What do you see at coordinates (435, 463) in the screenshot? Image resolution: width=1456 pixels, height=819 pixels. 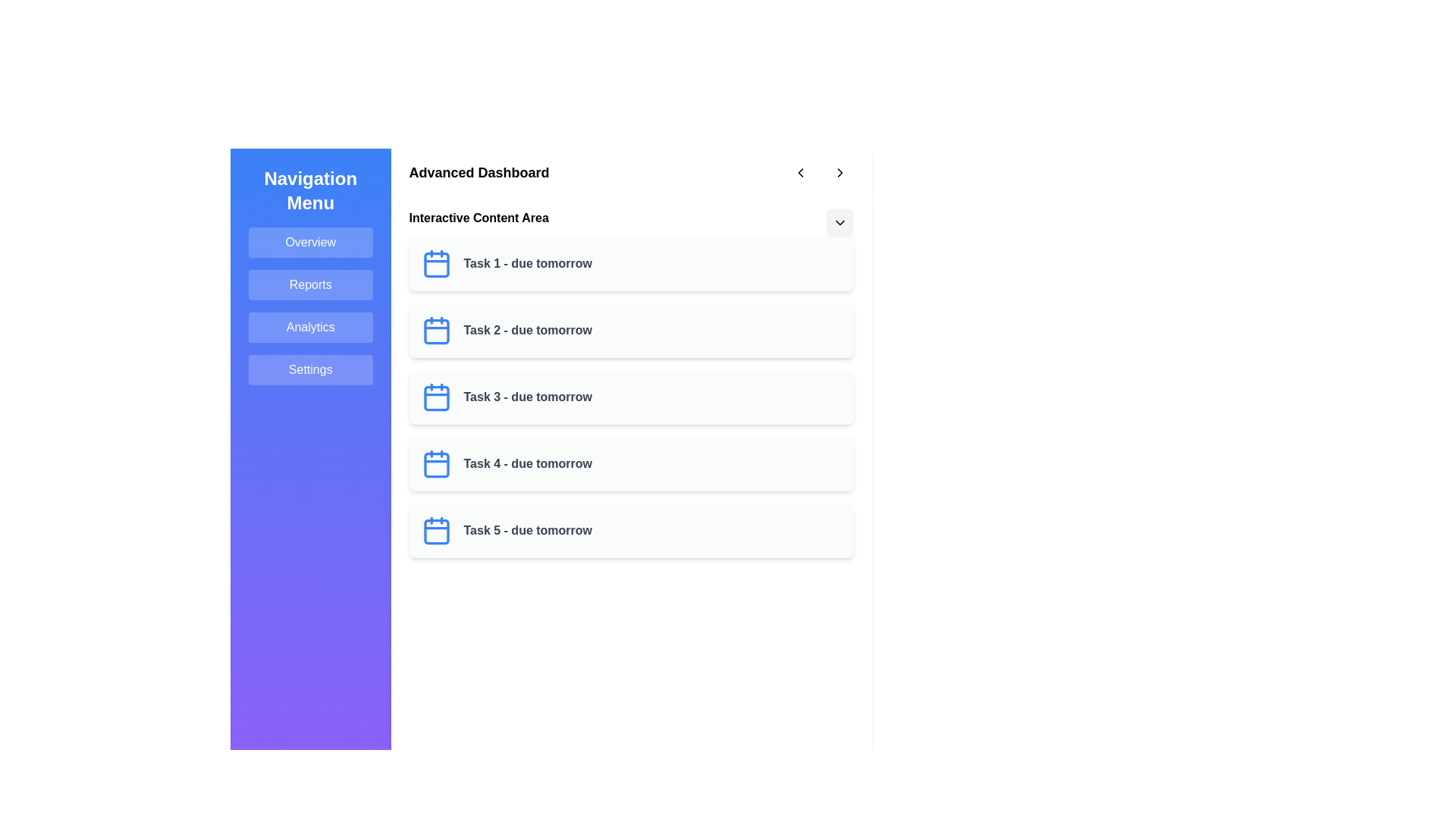 I see `the blue calendar icon with bold outer lines and rounded corners located at the left side of the 'Task 4 - due tomorrow' item in the fourth row of the Advanced Dashboard` at bounding box center [435, 463].